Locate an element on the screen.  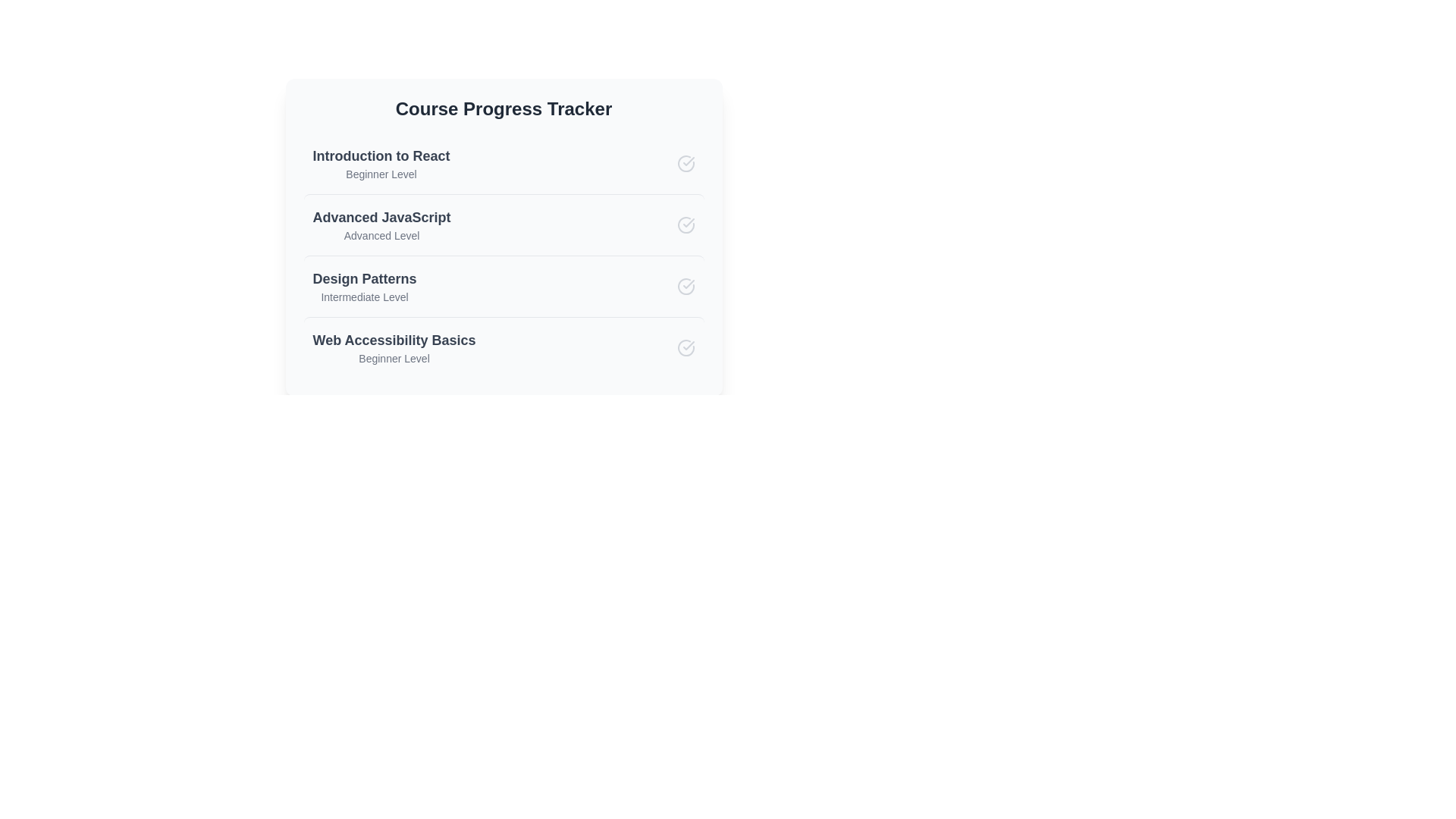
the icon representing the completed or selected state for the course entry 'Introduction to React Beginner Level', located on the far right adjacent to the text description is located at coordinates (685, 164).